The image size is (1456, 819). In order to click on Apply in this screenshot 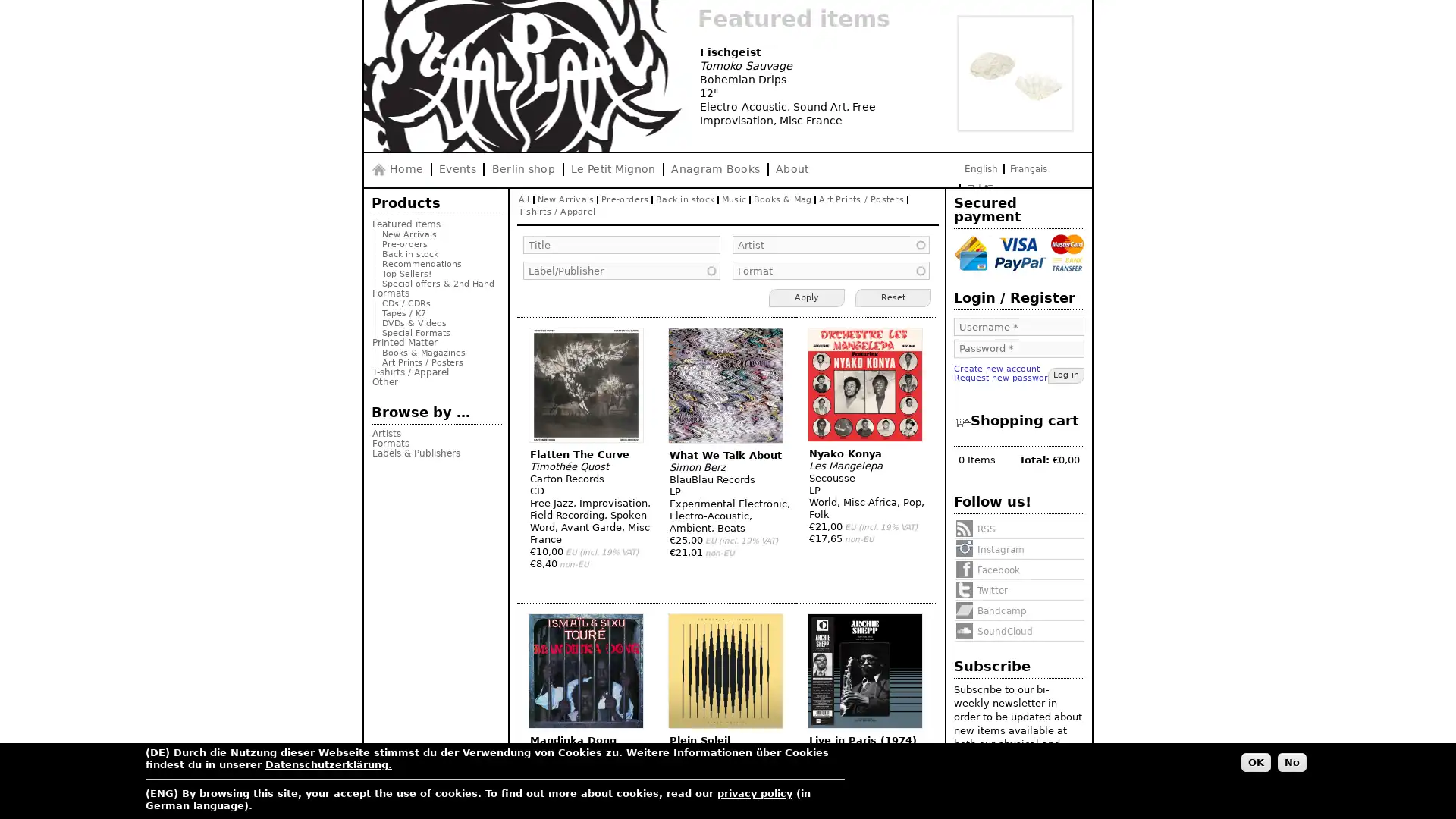, I will do `click(806, 298)`.